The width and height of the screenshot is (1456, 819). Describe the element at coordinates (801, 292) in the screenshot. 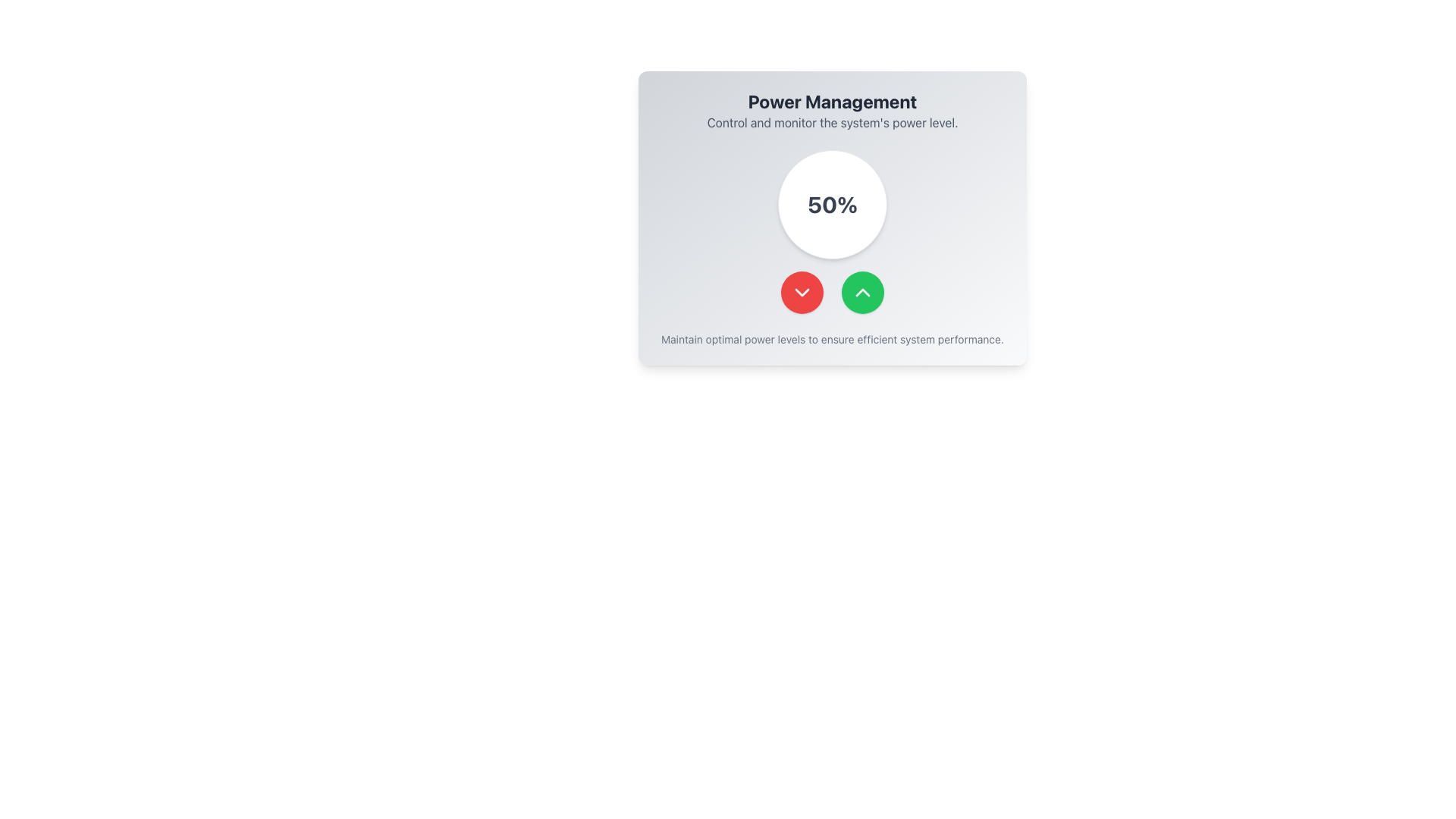

I see `the leftmost circular button with a red background and a white downward arrow icon` at that location.